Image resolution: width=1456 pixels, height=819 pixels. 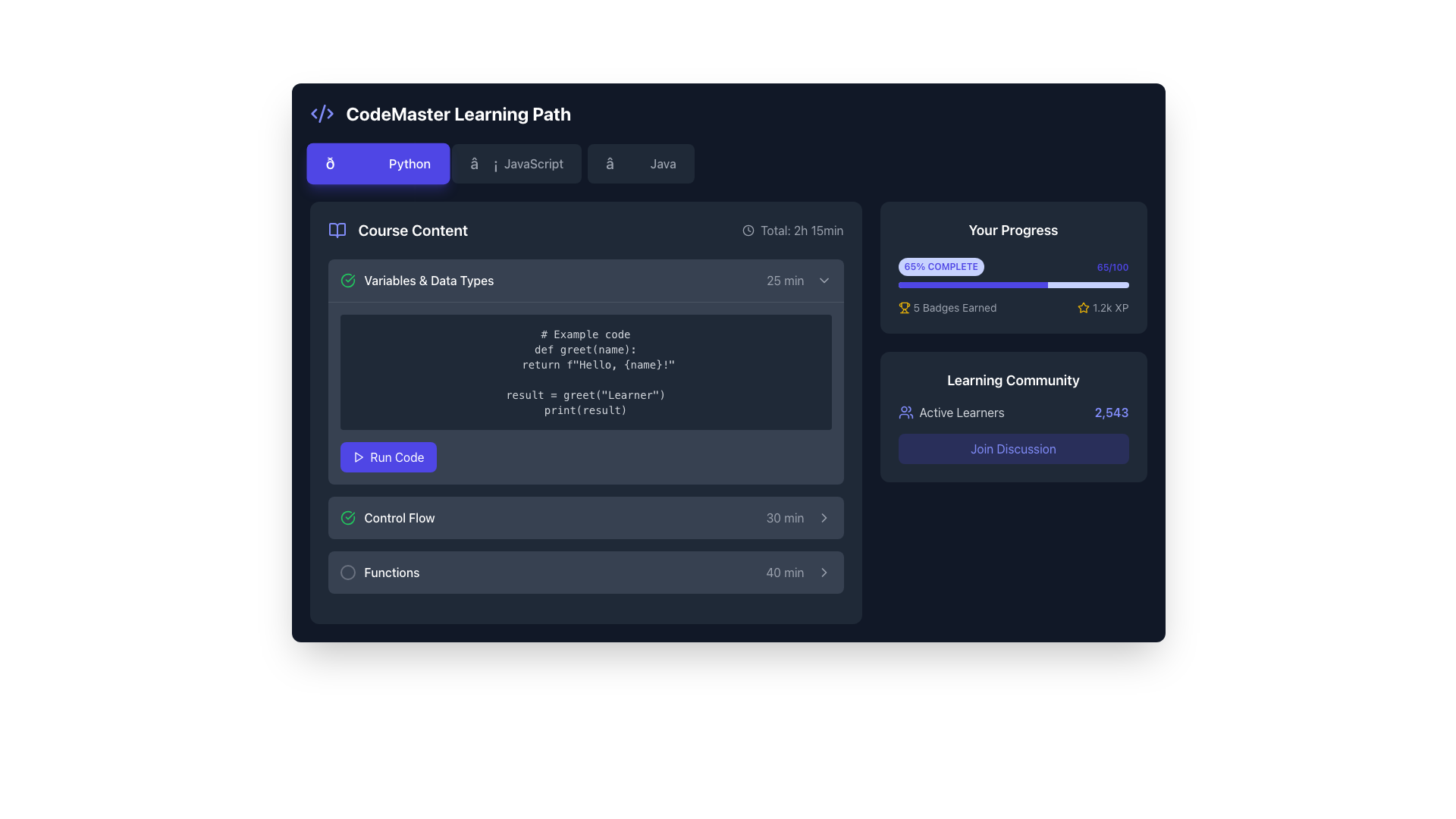 I want to click on the decorative icon located in the top menu bar to the left of the 'JavaScript' button text, so click(x=483, y=164).